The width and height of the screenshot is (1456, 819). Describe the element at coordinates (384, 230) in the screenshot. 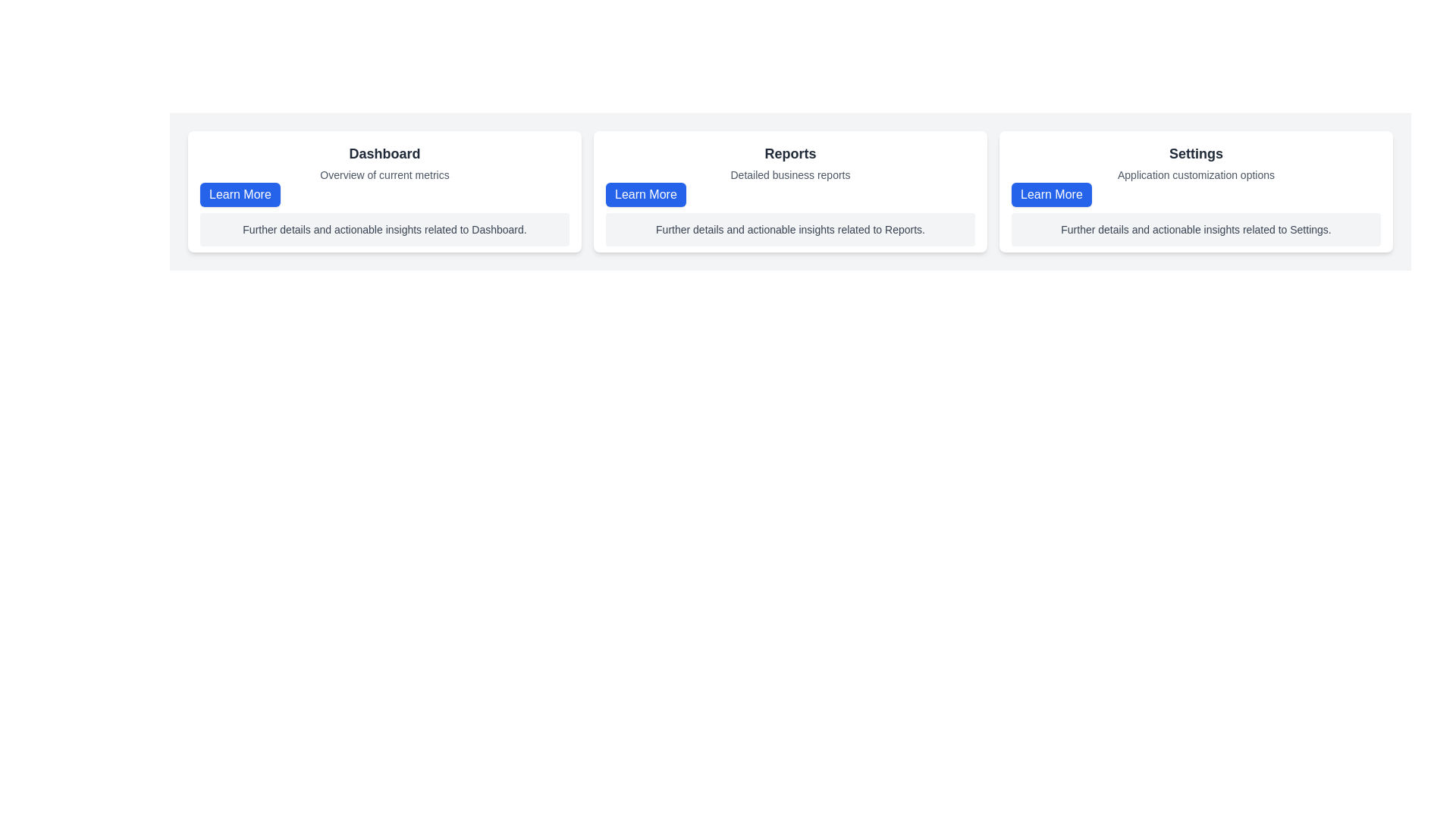

I see `text from the text block styled with a light gray background and rounded corners that contains the content 'Further details and actionable insights related to Dashboard.'` at that location.